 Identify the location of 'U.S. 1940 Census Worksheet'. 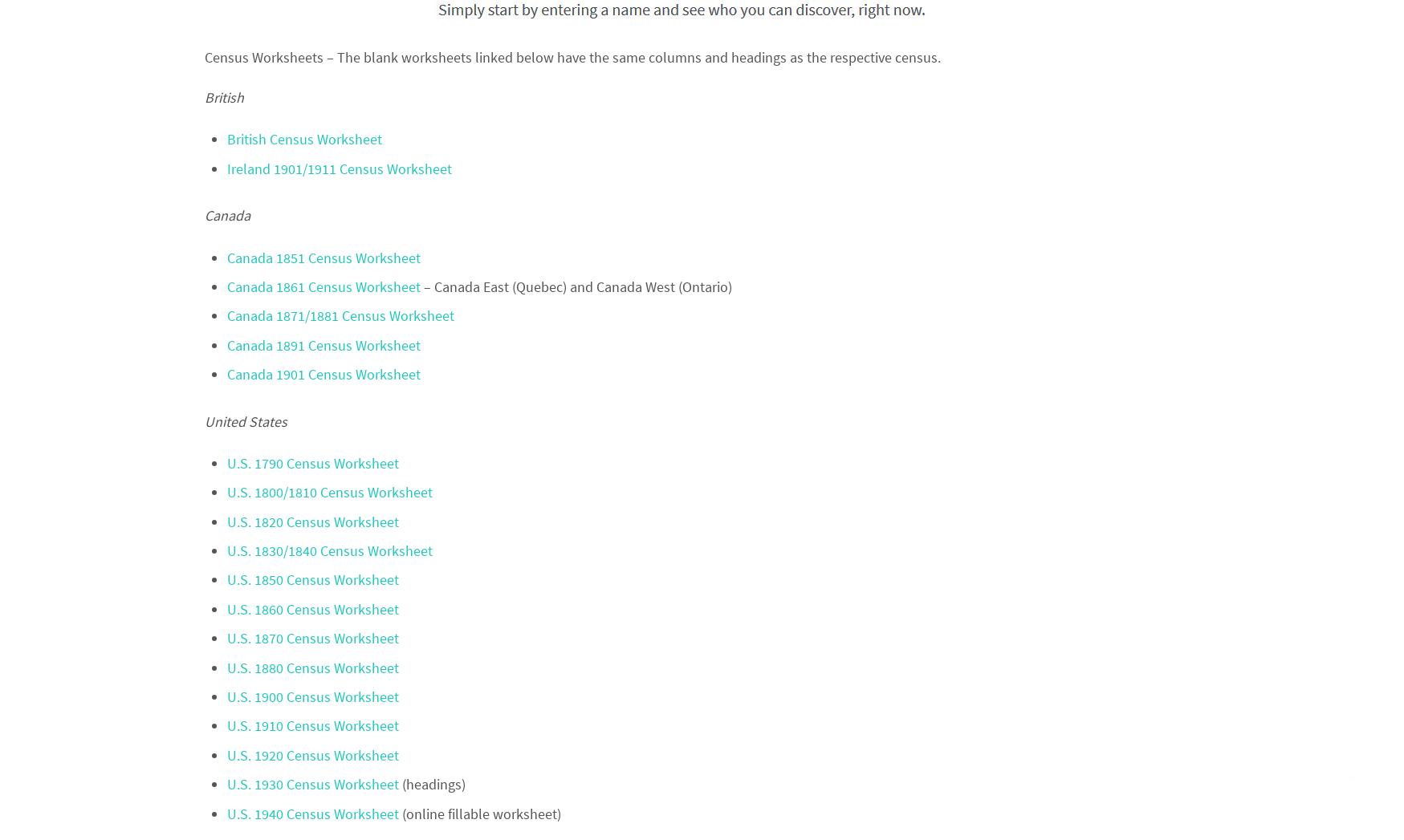
(313, 813).